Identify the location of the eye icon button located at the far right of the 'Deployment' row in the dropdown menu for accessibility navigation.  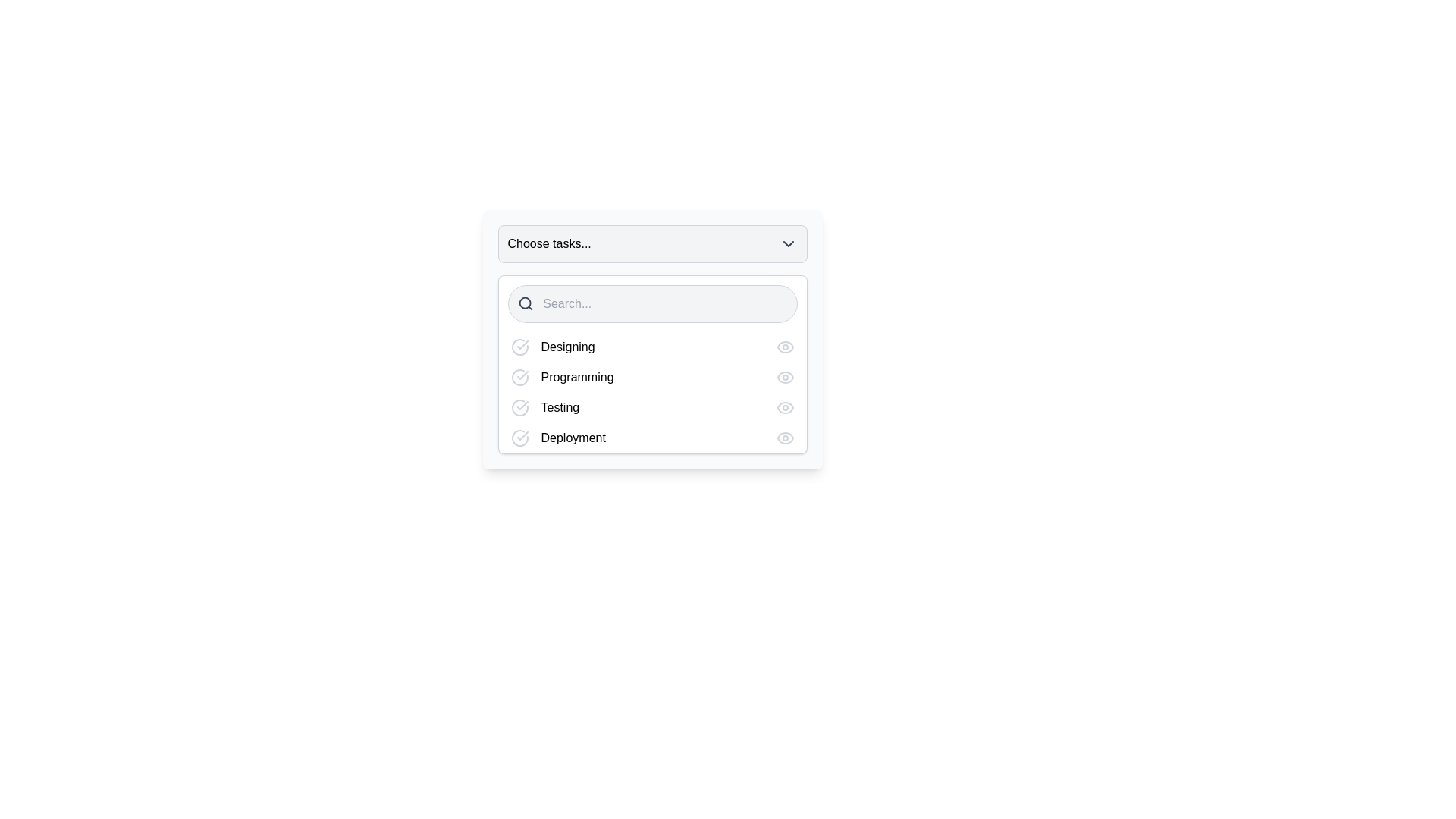
(785, 438).